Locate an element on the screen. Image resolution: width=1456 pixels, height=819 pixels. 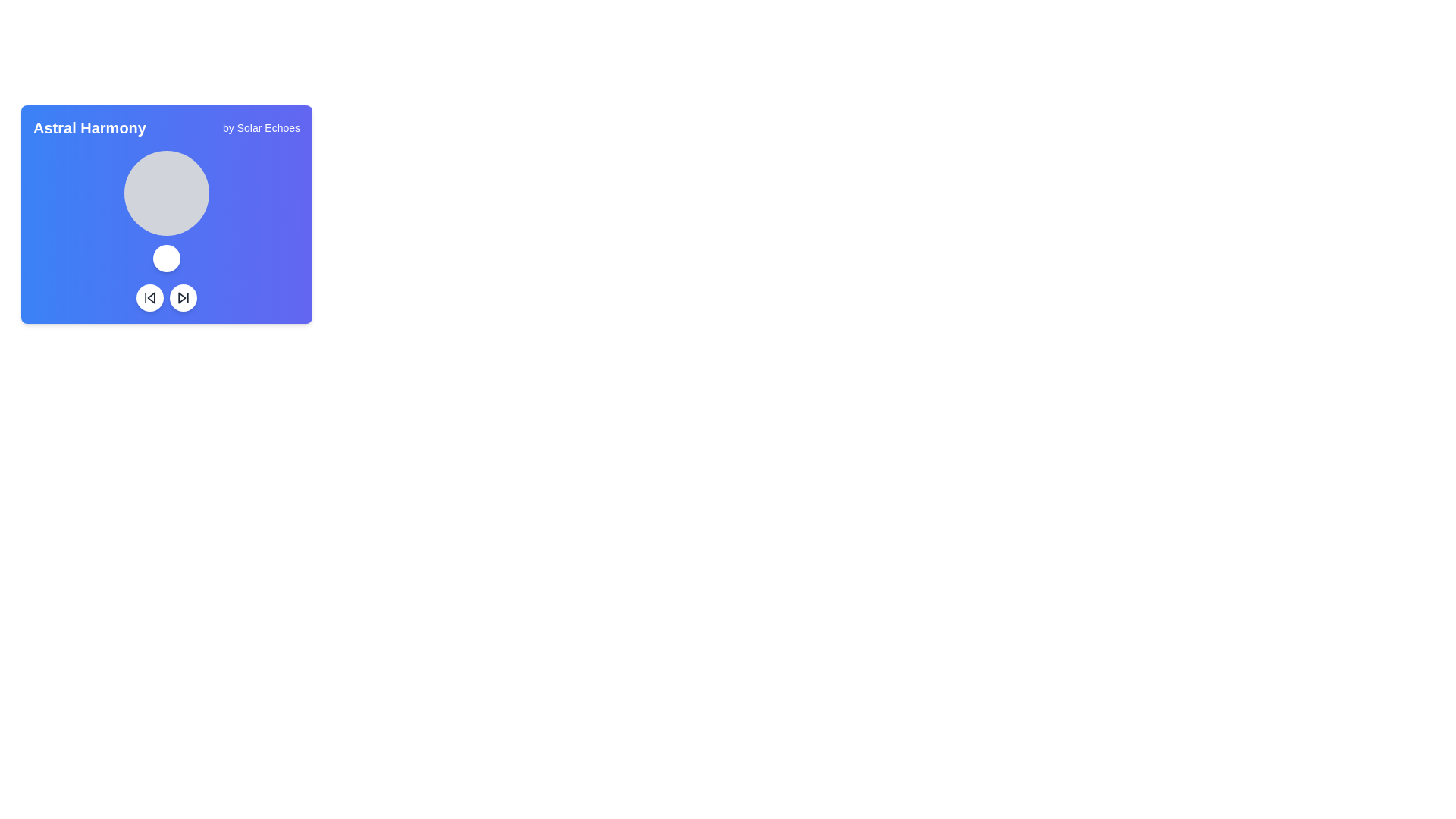
the backward skip button, which is a triangular element located within a circular button at the lower-left section of the interface is located at coordinates (151, 298).